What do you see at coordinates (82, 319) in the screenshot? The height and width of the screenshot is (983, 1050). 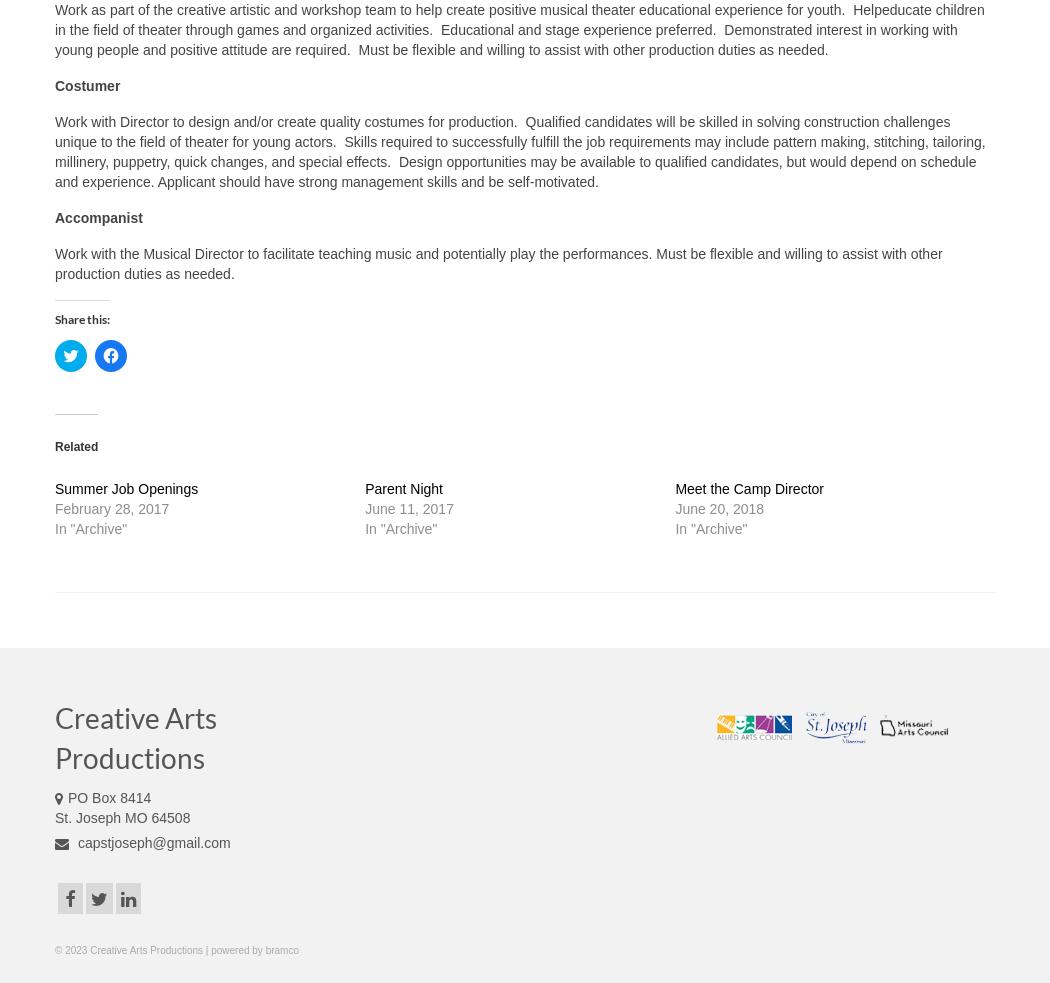 I see `'Share this:'` at bounding box center [82, 319].